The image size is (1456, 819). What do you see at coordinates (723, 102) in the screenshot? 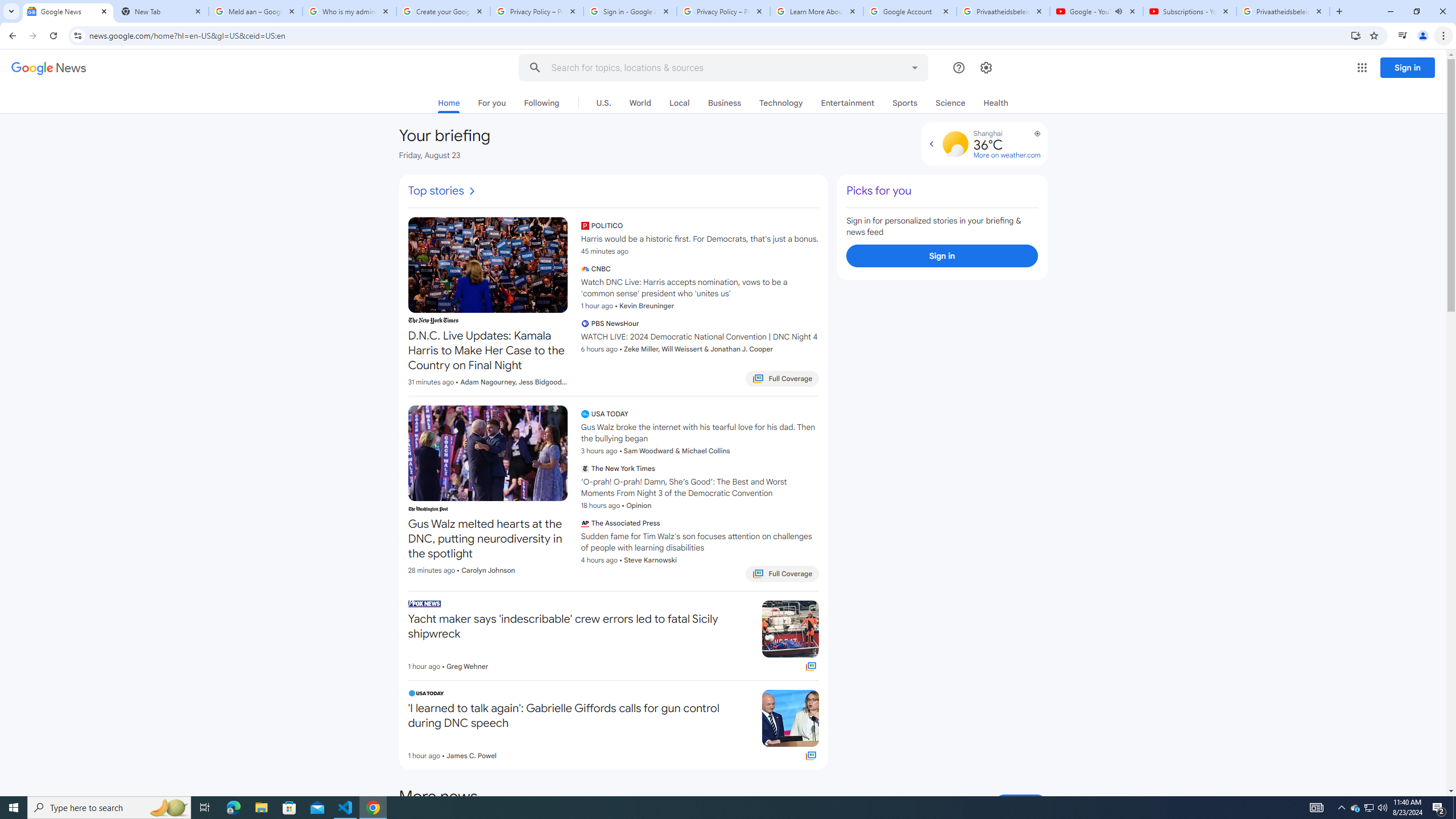
I see `'Business'` at bounding box center [723, 102].